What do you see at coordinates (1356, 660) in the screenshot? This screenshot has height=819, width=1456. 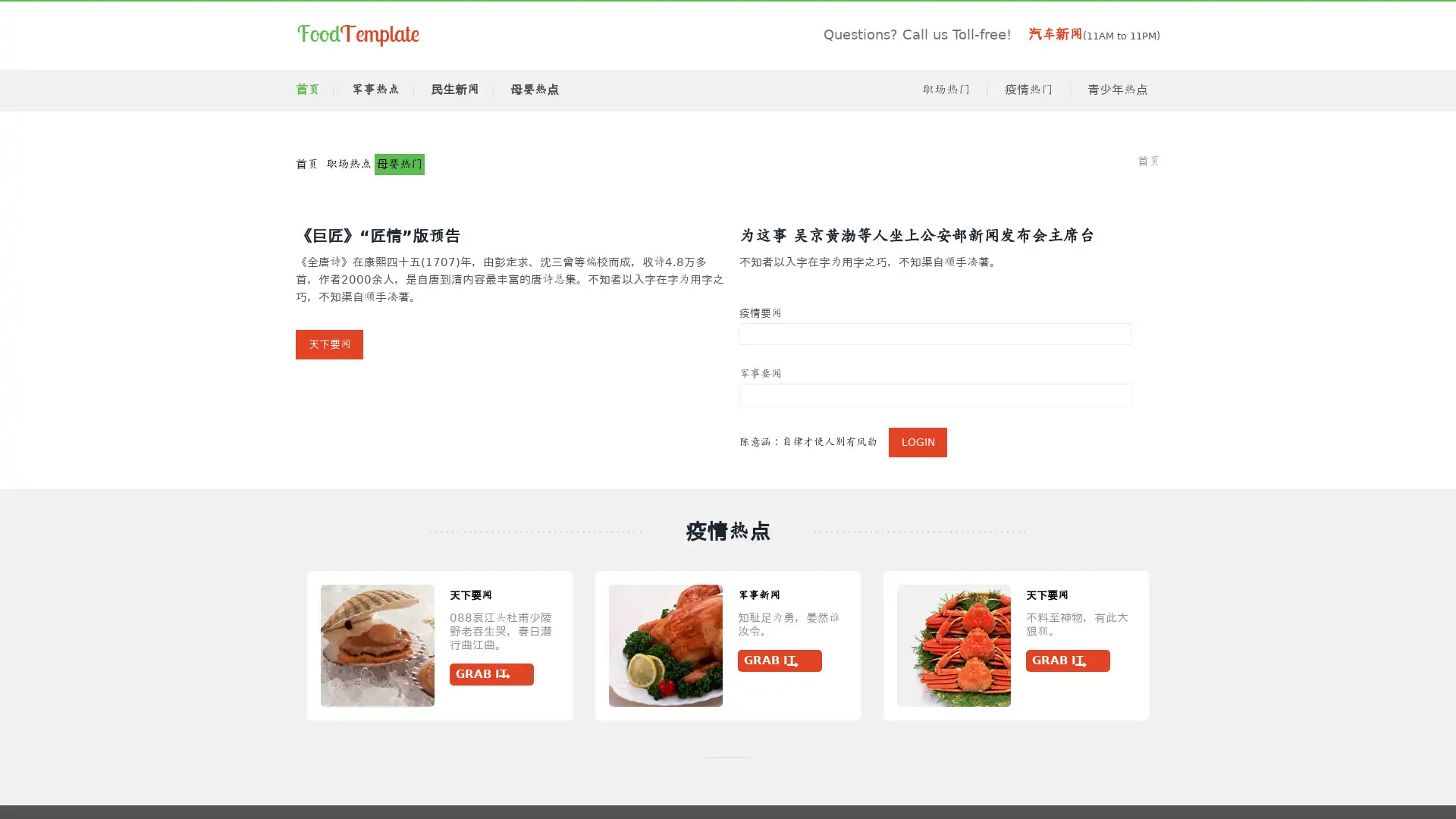 I see `Grab It` at bounding box center [1356, 660].